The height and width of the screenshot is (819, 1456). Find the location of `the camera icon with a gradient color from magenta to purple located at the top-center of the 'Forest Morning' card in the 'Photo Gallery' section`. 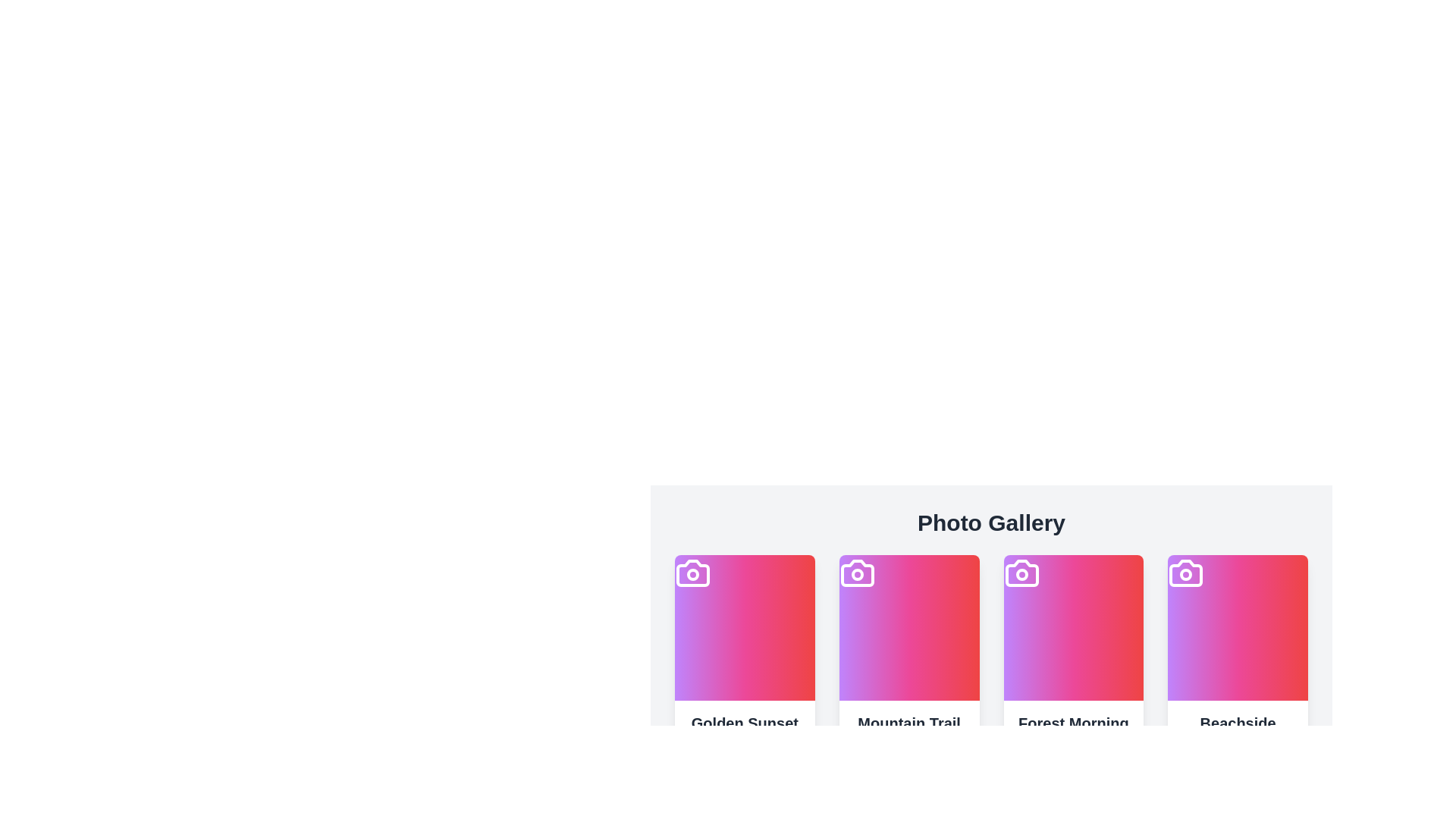

the camera icon with a gradient color from magenta to purple located at the top-center of the 'Forest Morning' card in the 'Photo Gallery' section is located at coordinates (1021, 573).